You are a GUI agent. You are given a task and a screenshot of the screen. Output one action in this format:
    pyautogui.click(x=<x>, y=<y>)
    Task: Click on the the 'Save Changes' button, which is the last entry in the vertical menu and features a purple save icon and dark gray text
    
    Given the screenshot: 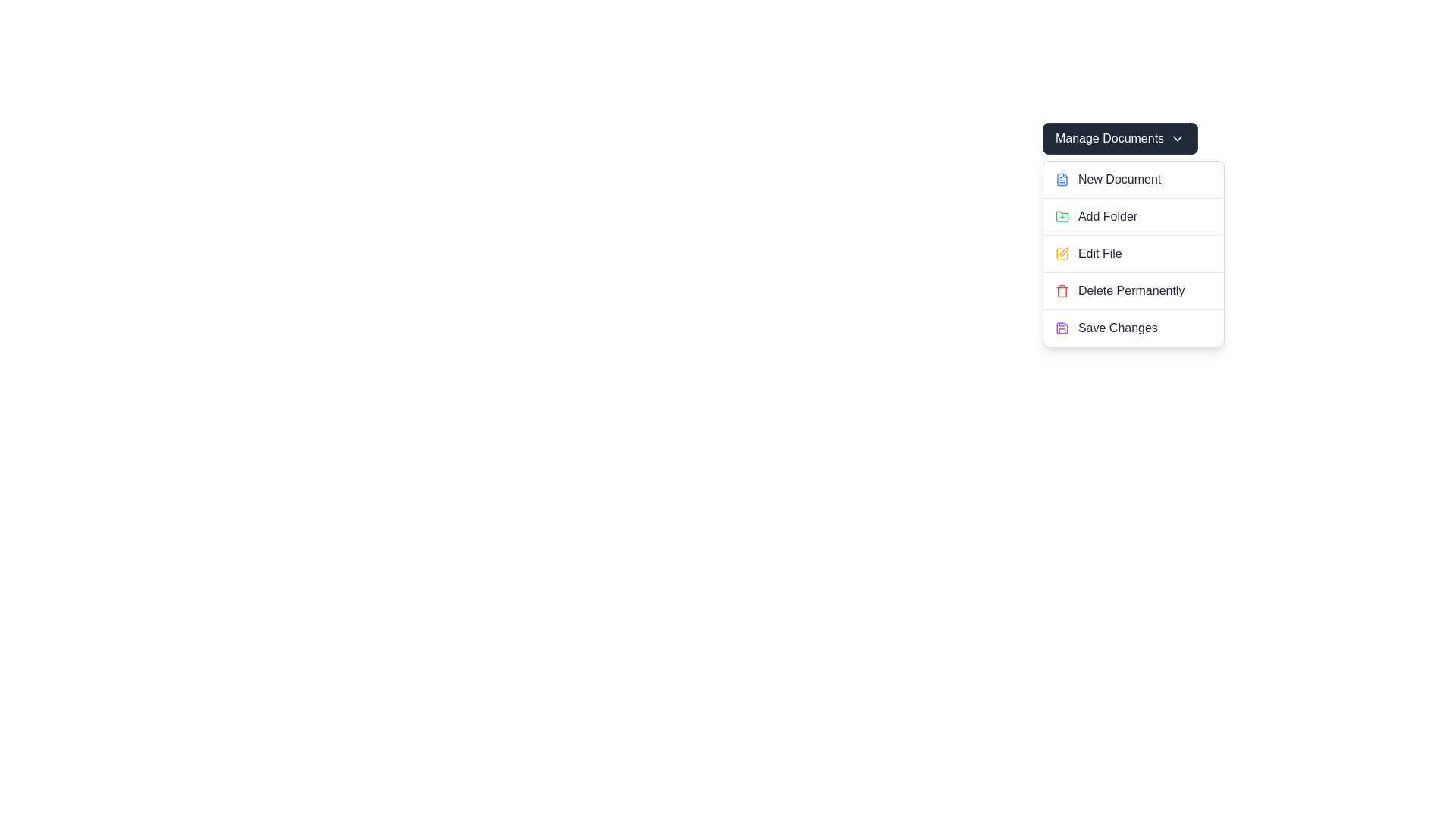 What is the action you would take?
    pyautogui.click(x=1133, y=327)
    